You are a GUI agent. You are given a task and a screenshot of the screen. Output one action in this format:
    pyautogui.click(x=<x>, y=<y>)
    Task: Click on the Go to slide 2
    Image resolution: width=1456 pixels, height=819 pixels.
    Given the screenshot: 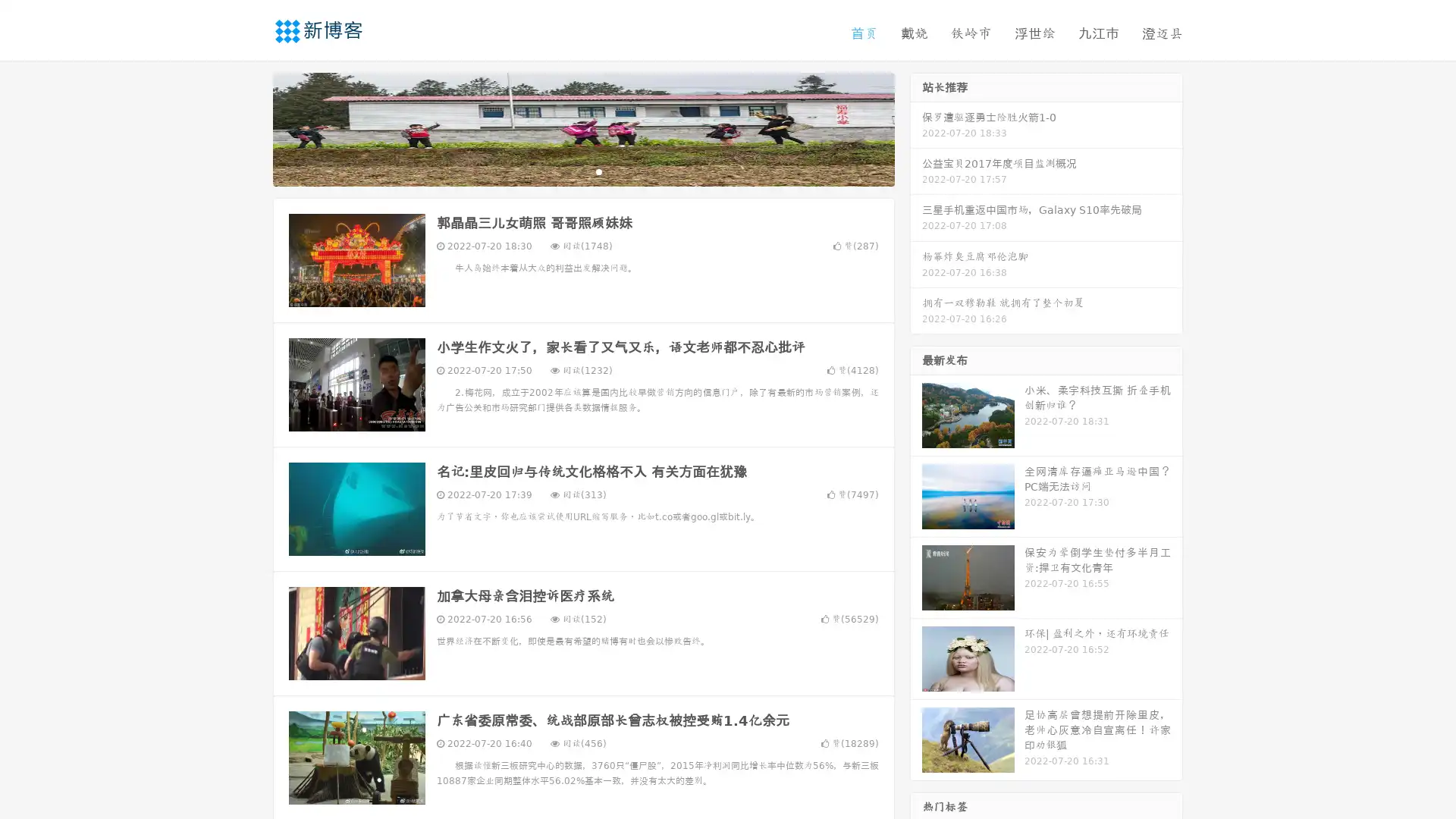 What is the action you would take?
    pyautogui.click(x=582, y=171)
    